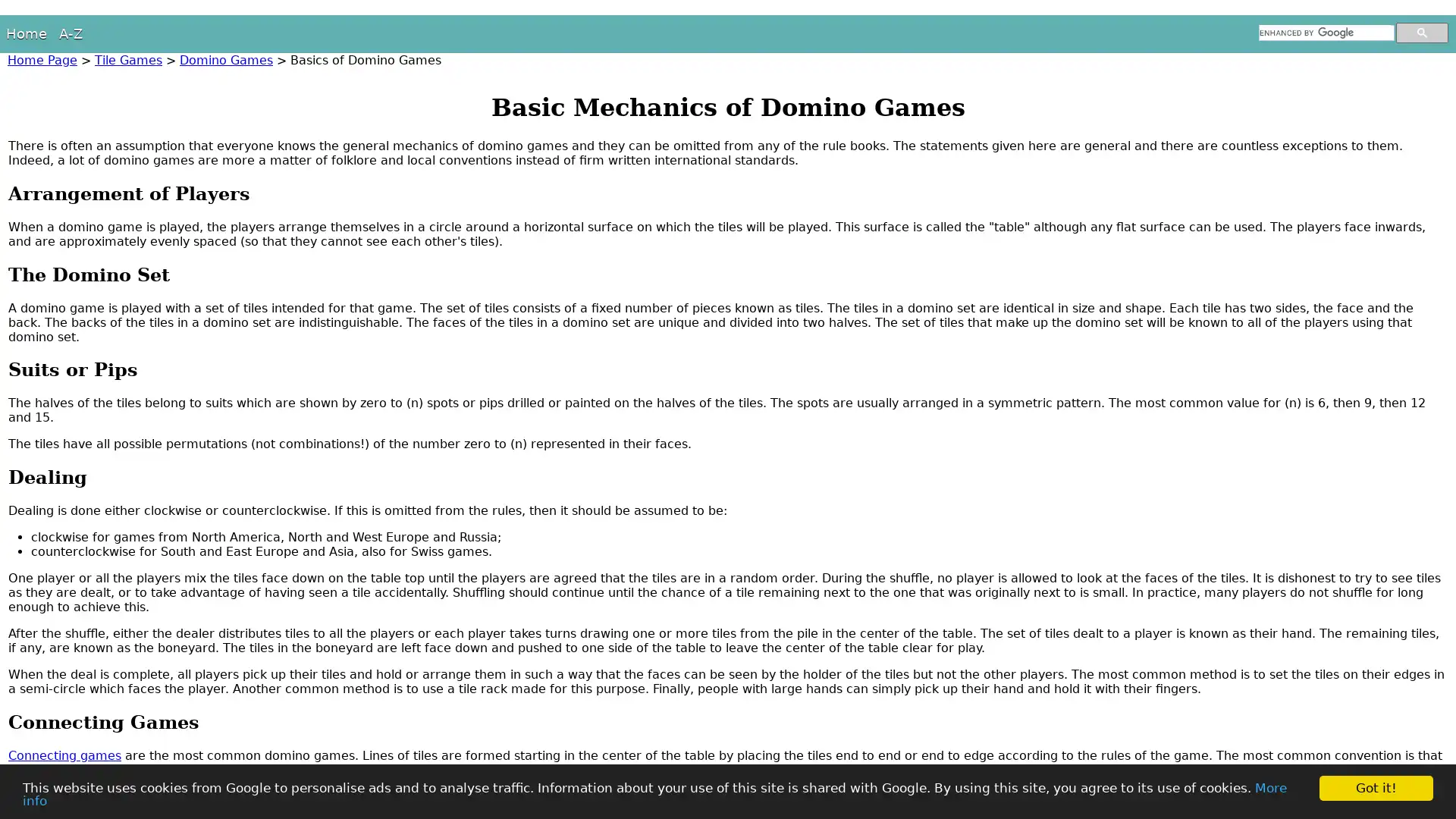  I want to click on search, so click(1421, 33).